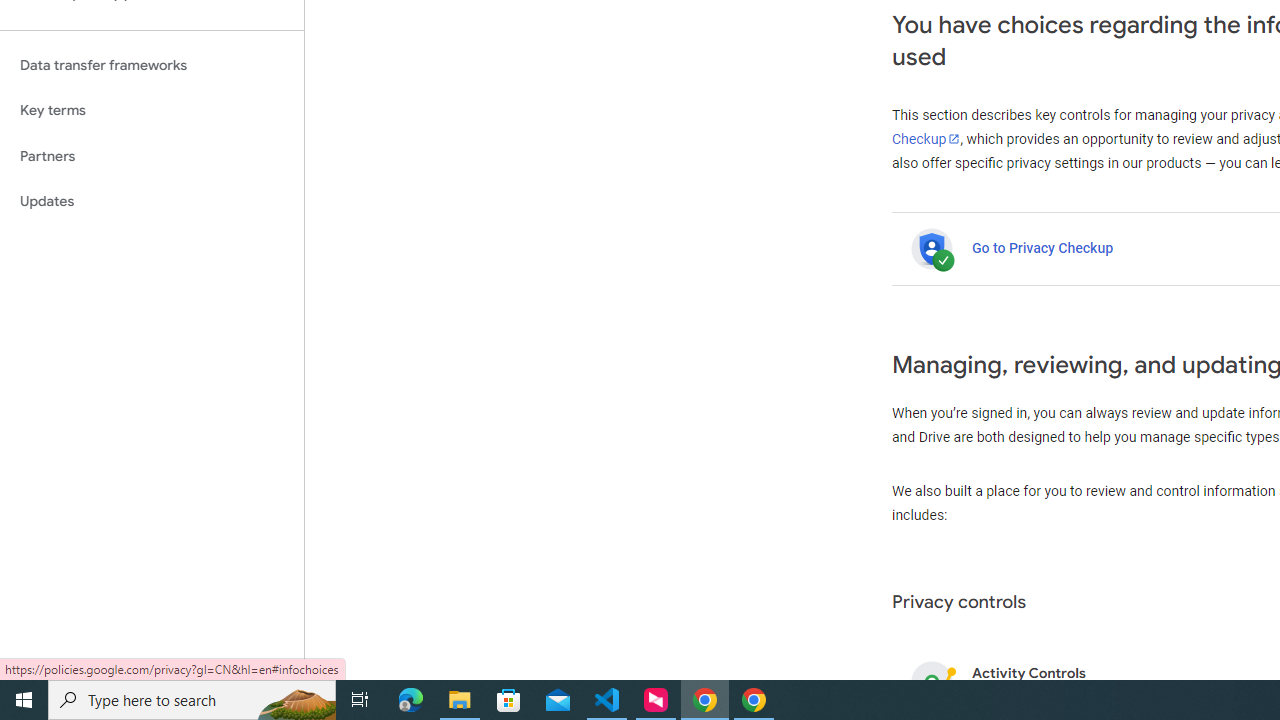  I want to click on 'Updates', so click(151, 201).